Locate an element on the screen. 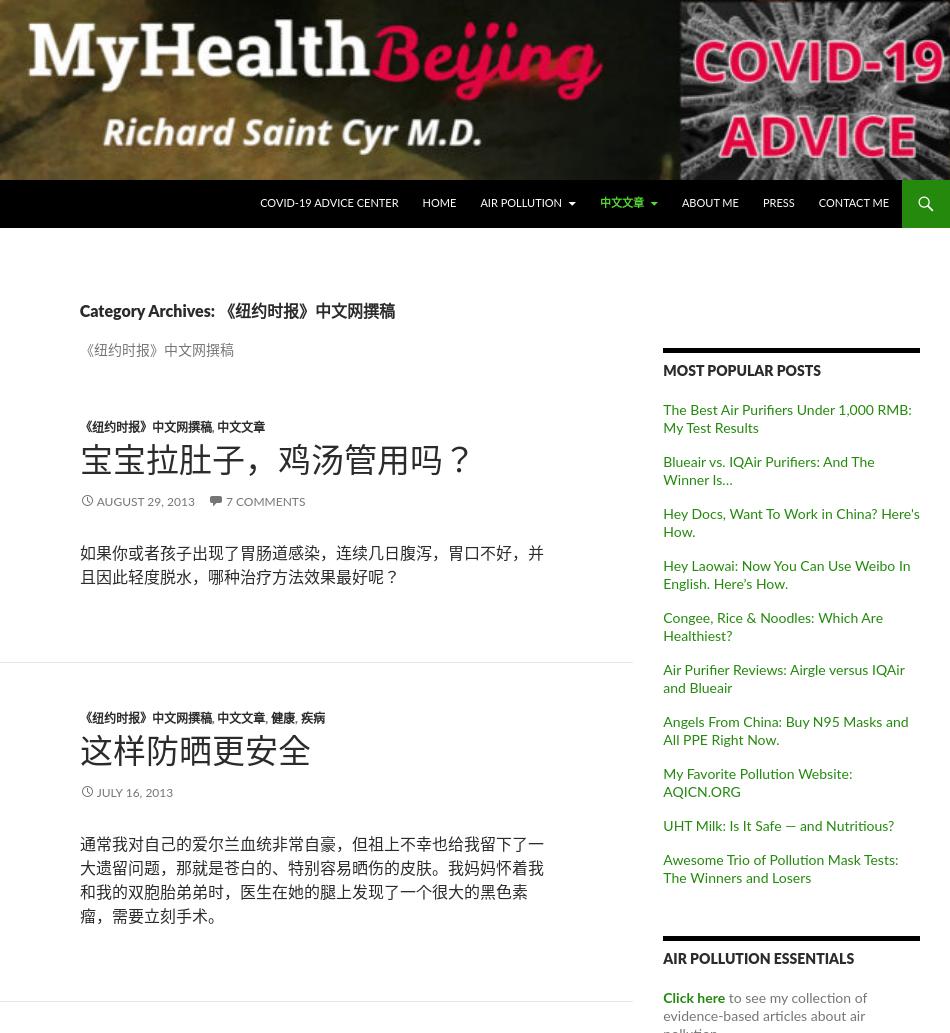  'July 16, 2013' is located at coordinates (134, 792).